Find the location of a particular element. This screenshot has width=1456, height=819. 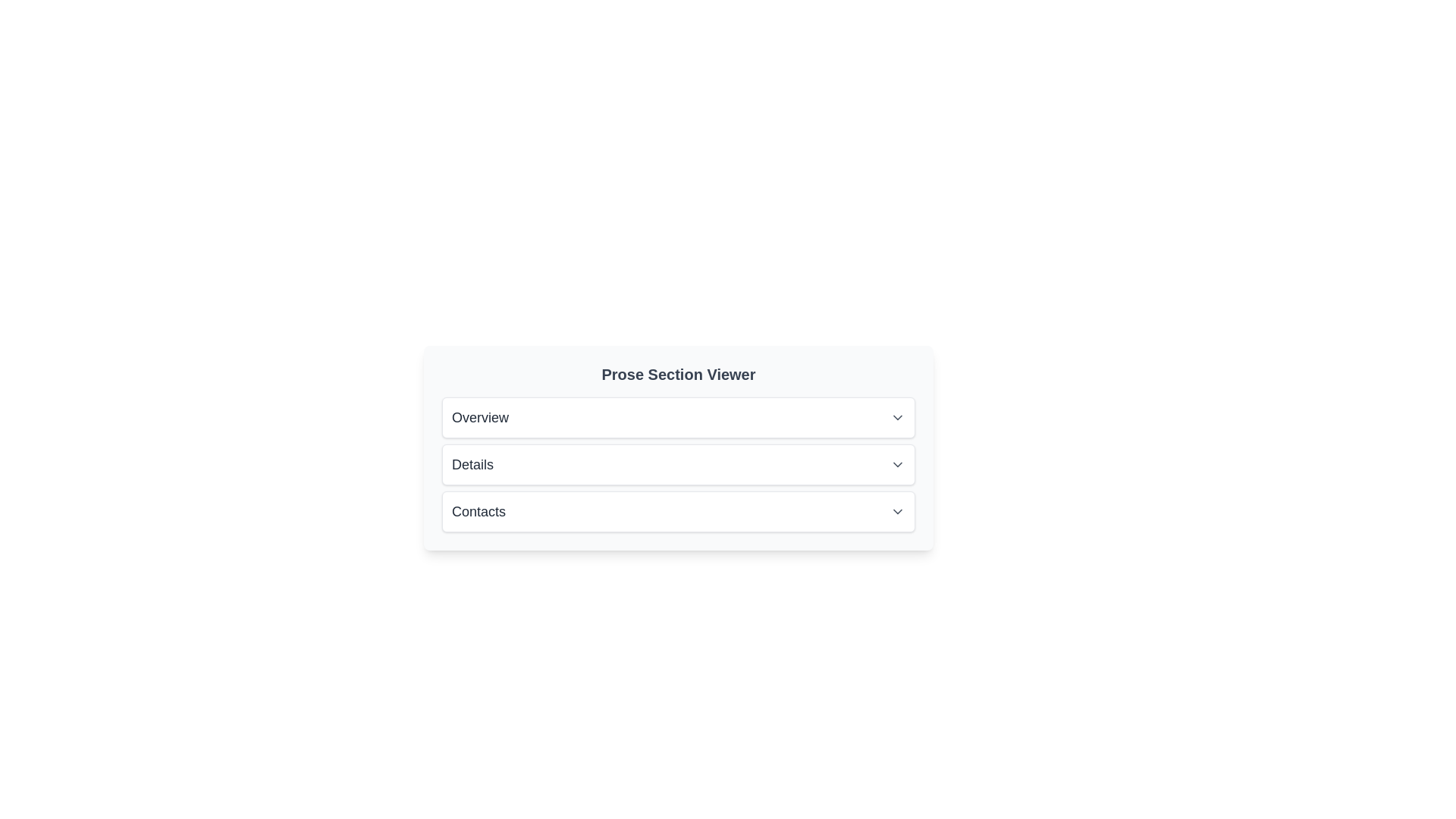

the downward-facing chevron icon next to the 'Overview' label is located at coordinates (898, 418).